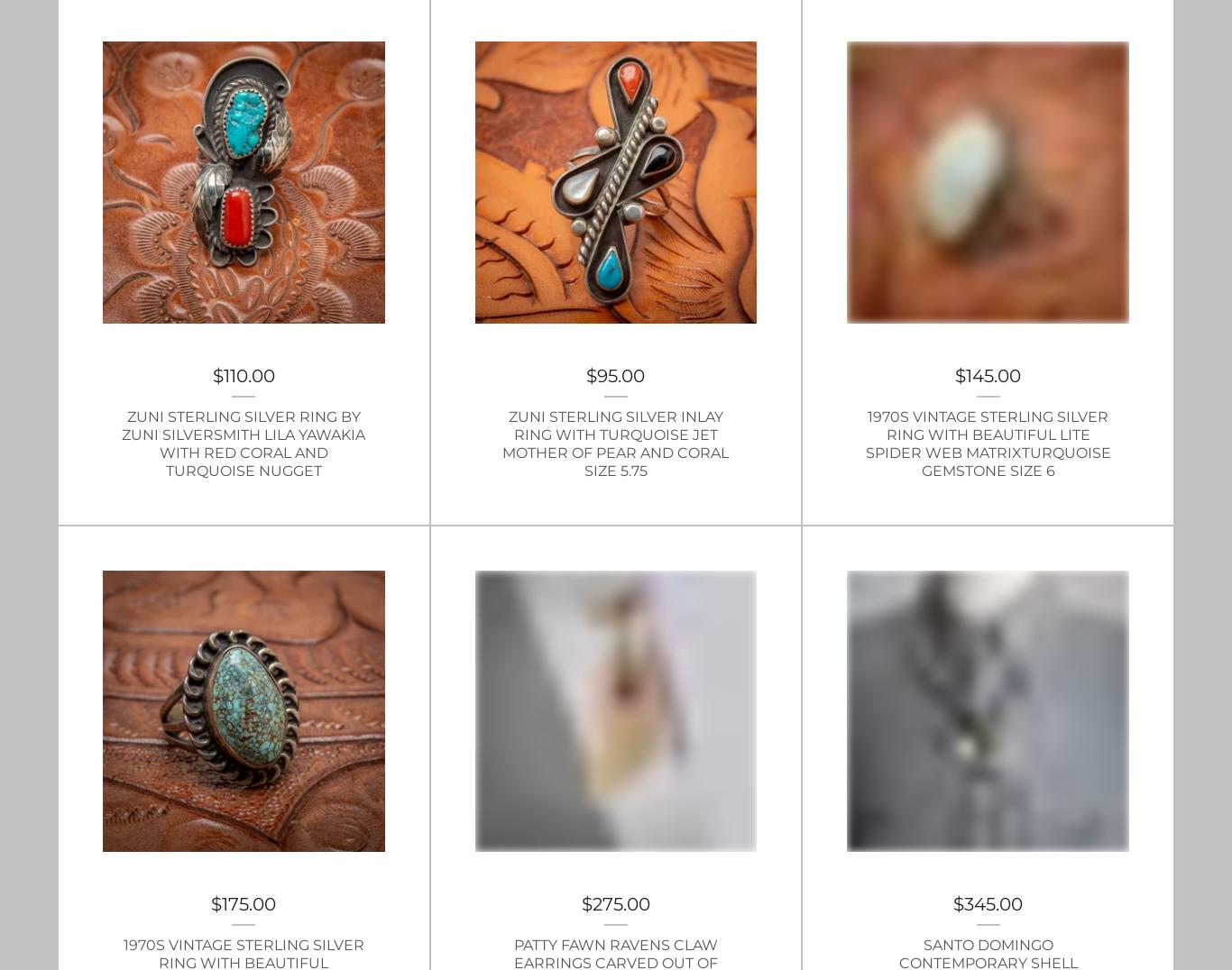 This screenshot has width=1232, height=970. I want to click on 'Zuni Sterling Silver Ring by Zuni Silversmith Lila Yawakia with Red Coral and turquoise Nugget', so click(244, 442).